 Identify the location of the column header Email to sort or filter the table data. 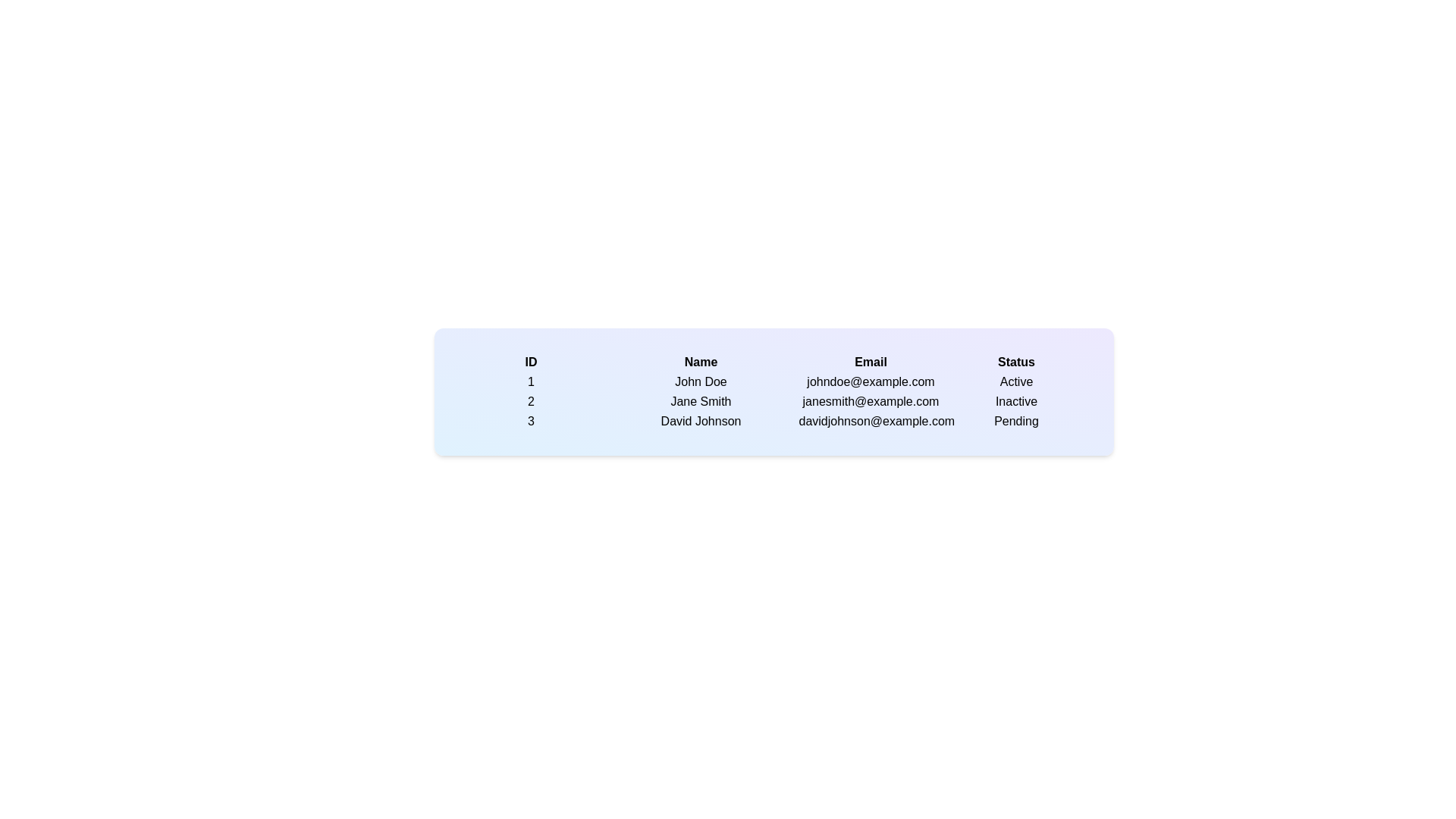
(871, 362).